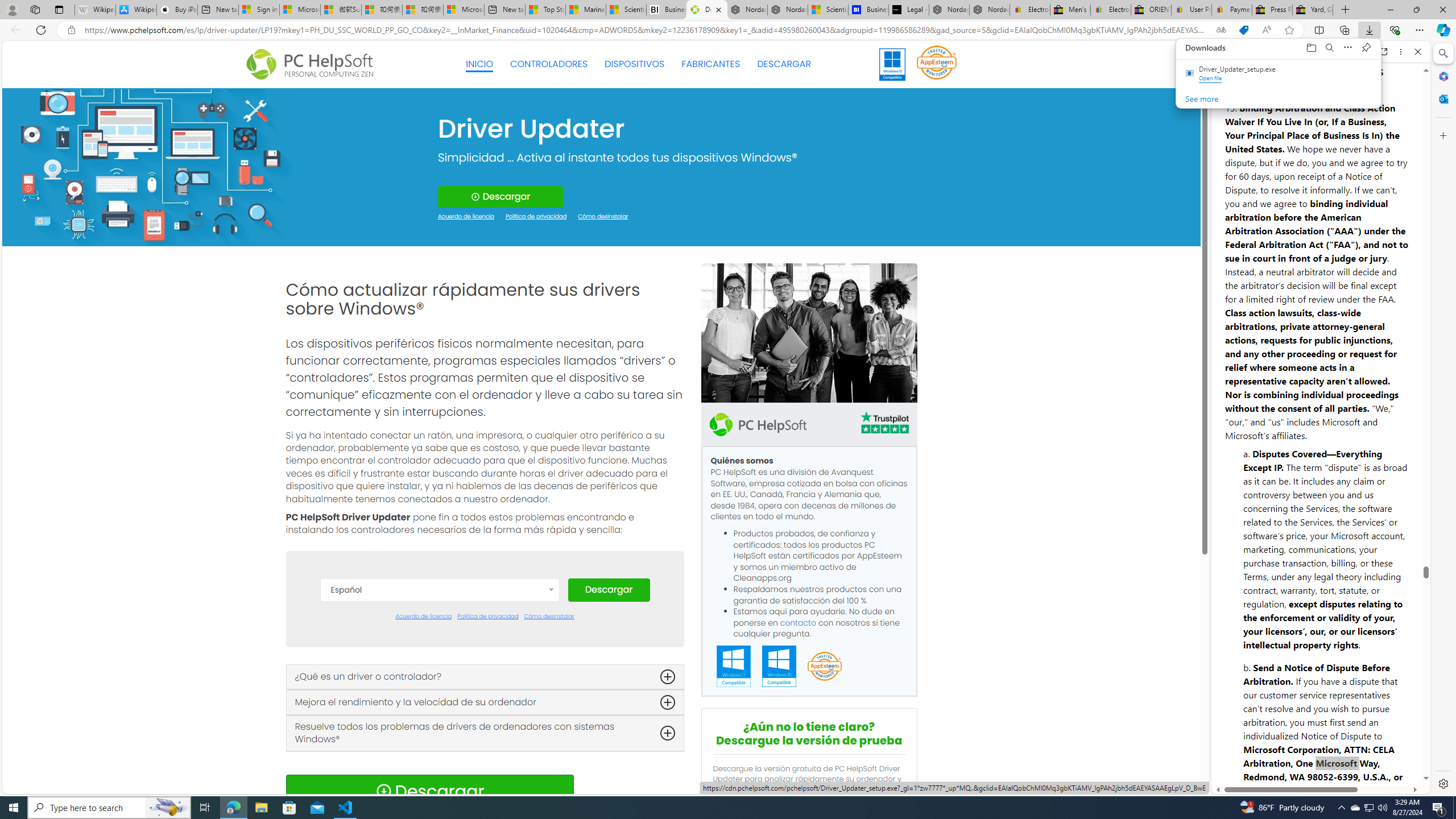 The height and width of the screenshot is (819, 1456). Describe the element at coordinates (1231, 9) in the screenshot. I see `'Payments Terms of Use | eBay.com'` at that location.